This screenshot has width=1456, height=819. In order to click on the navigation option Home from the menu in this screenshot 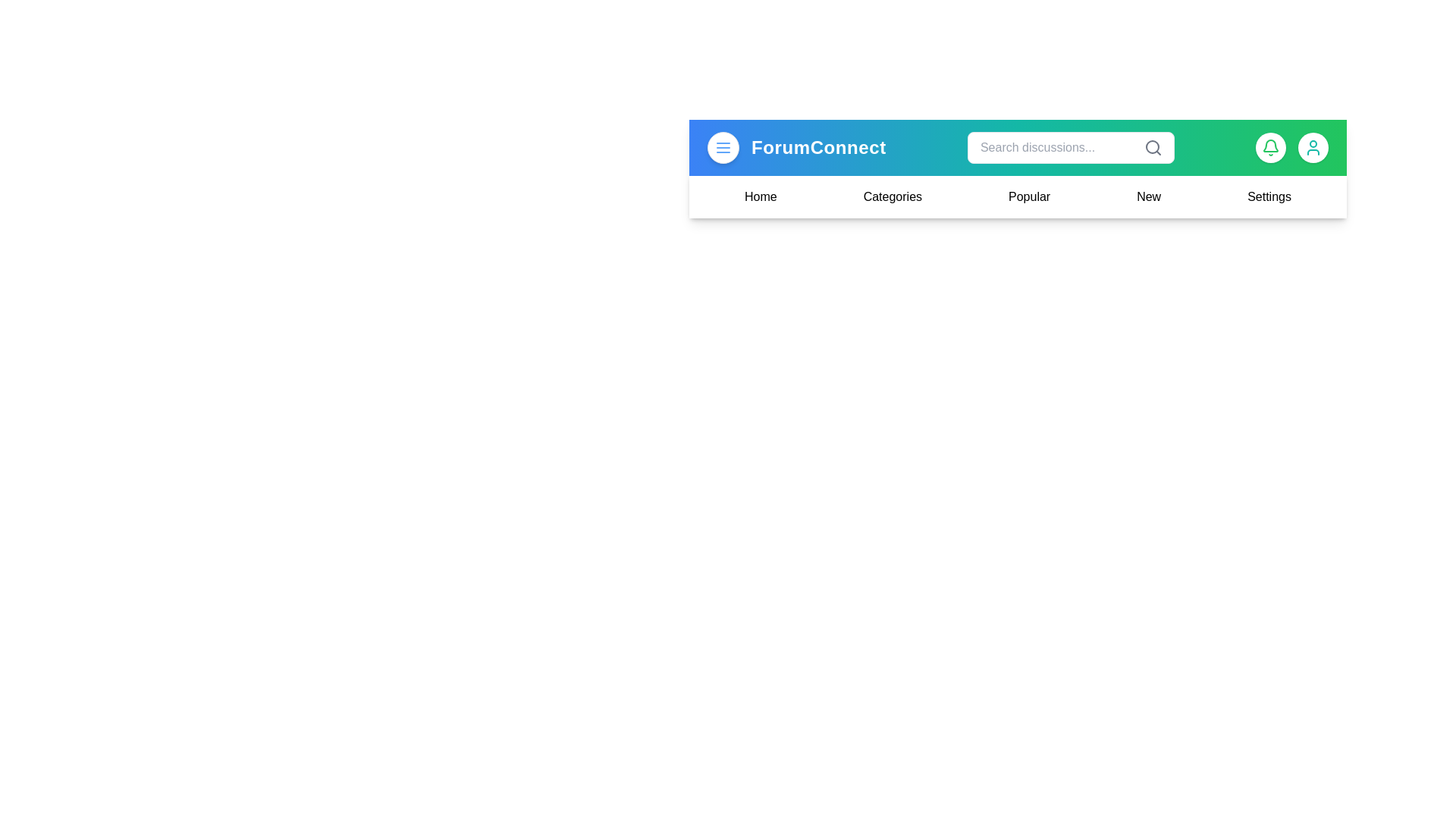, I will do `click(761, 196)`.